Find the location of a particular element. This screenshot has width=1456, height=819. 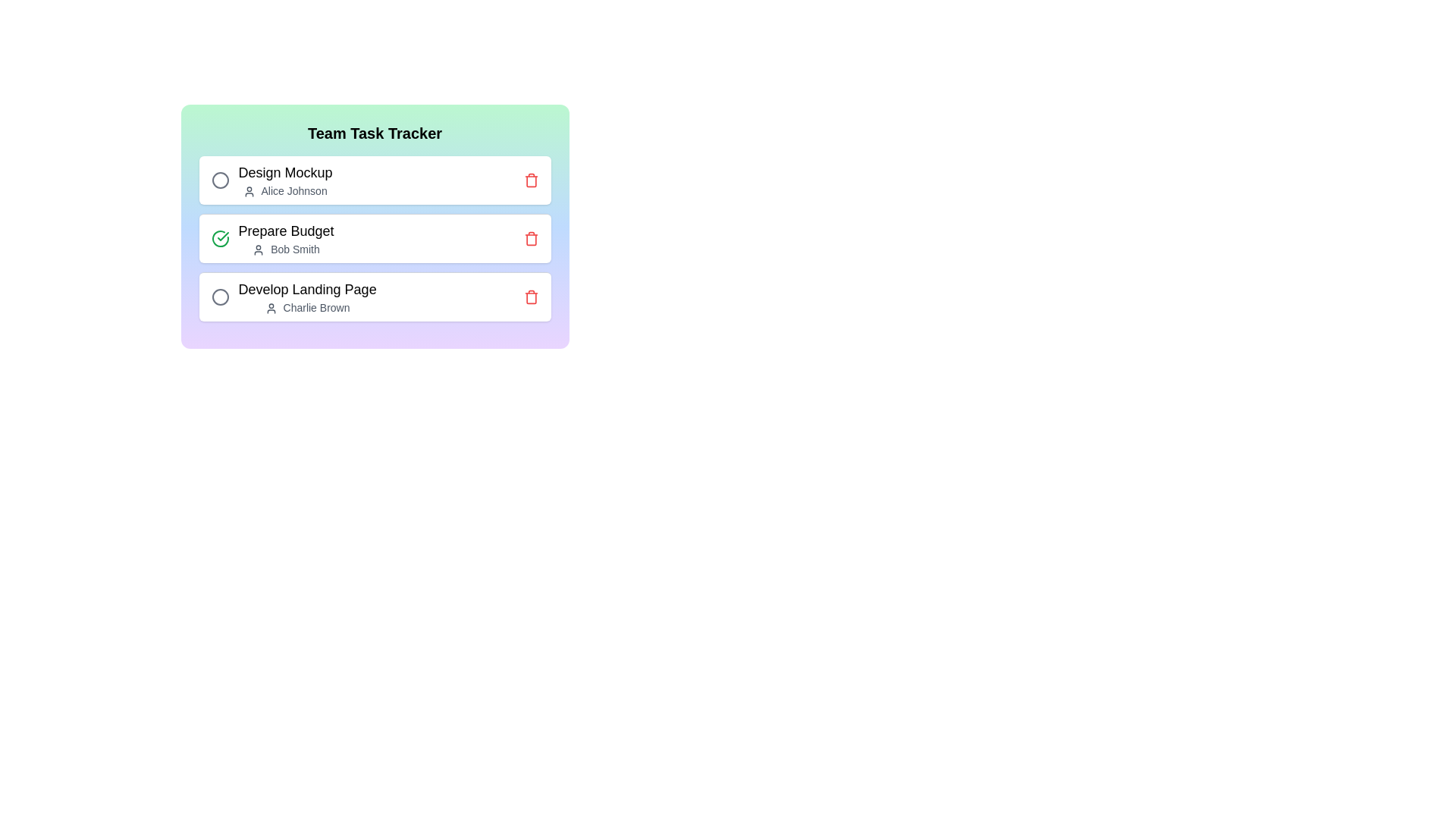

the trash icon to delete the task Develop Landing Page is located at coordinates (531, 297).